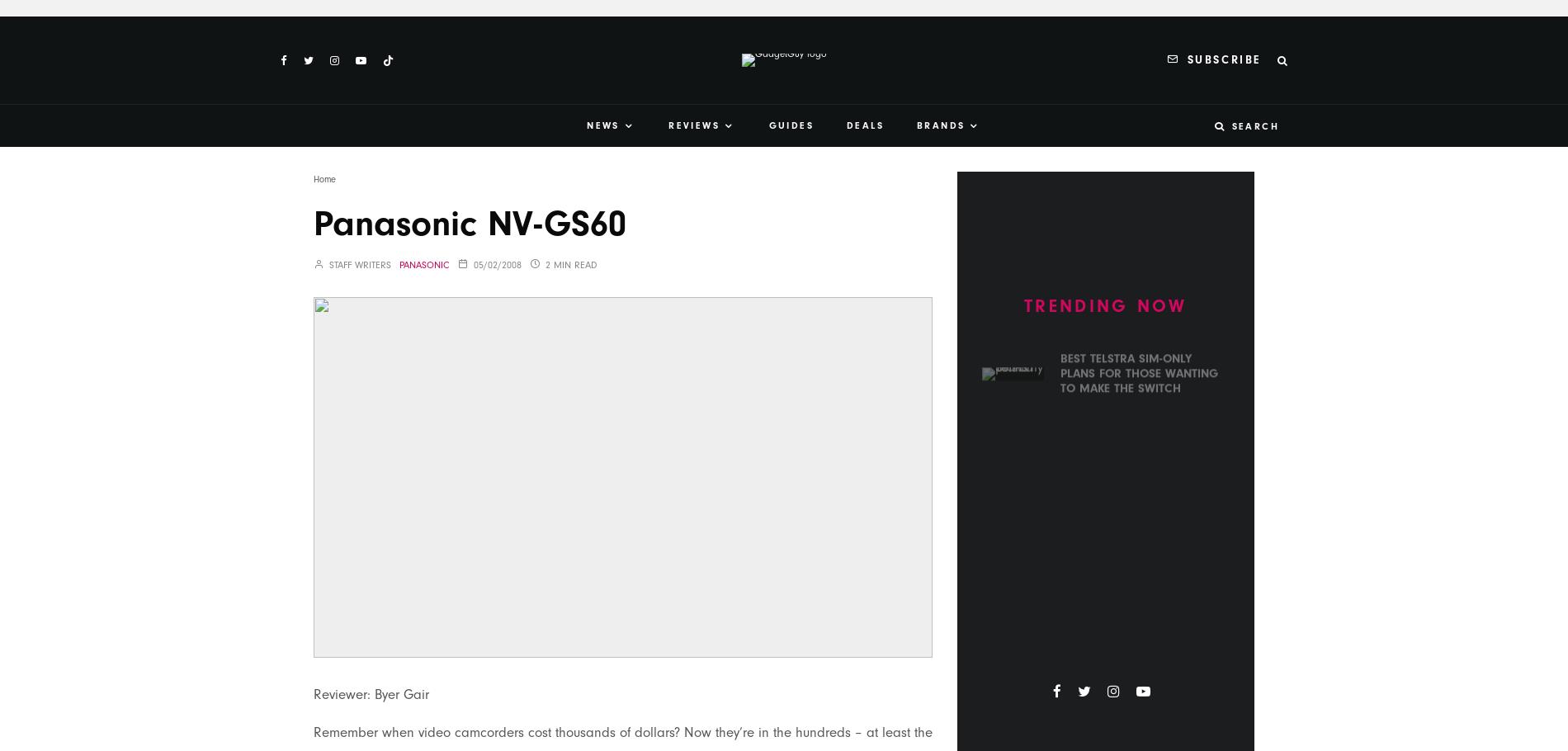 Image resolution: width=1568 pixels, height=751 pixels. I want to click on 'Get our weekly dose of tech in your inbox!', so click(942, 285).